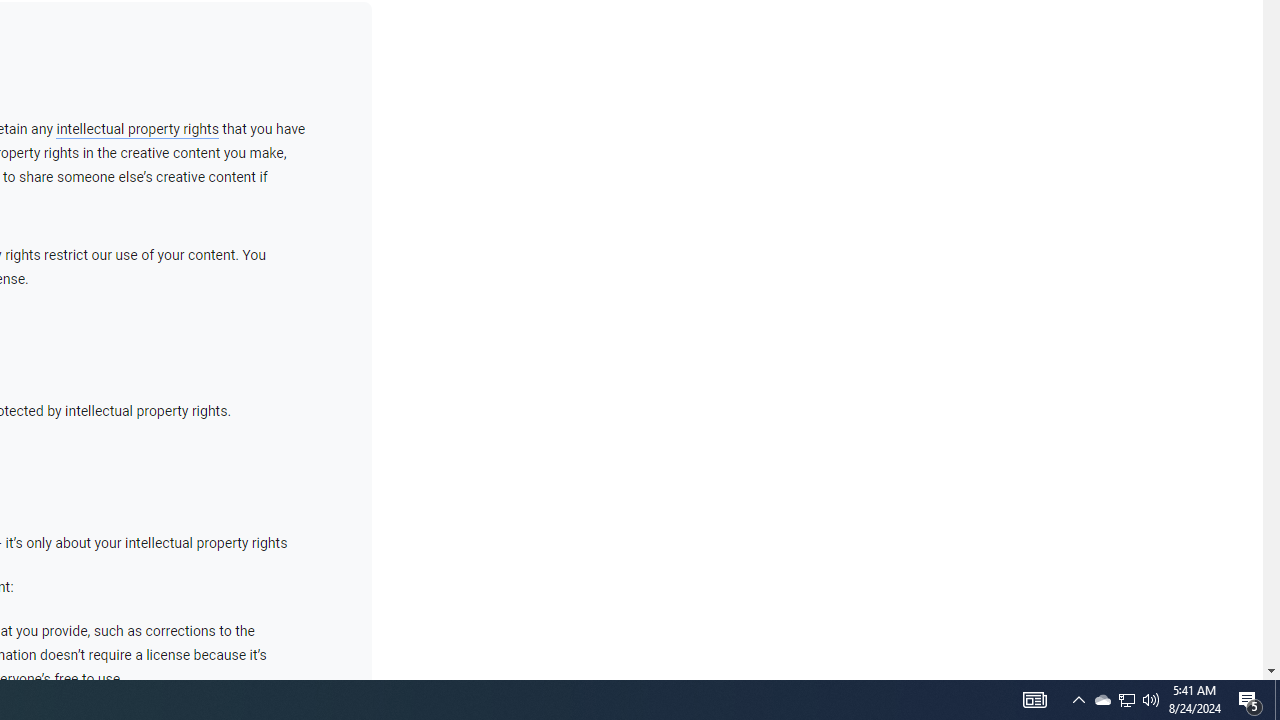  Describe the element at coordinates (136, 129) in the screenshot. I see `'intellectual property rights'` at that location.